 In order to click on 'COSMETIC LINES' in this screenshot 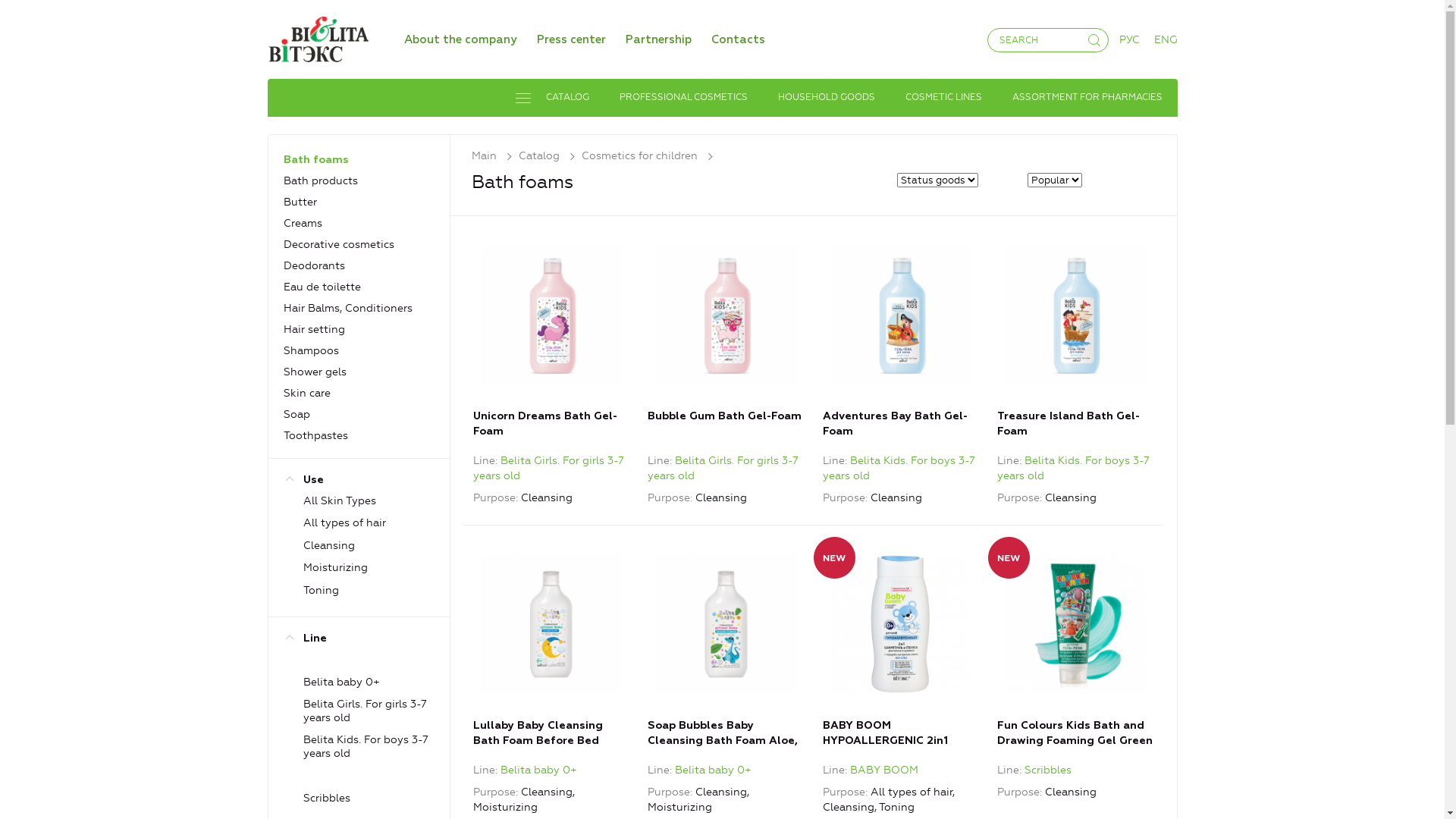, I will do `click(943, 97)`.